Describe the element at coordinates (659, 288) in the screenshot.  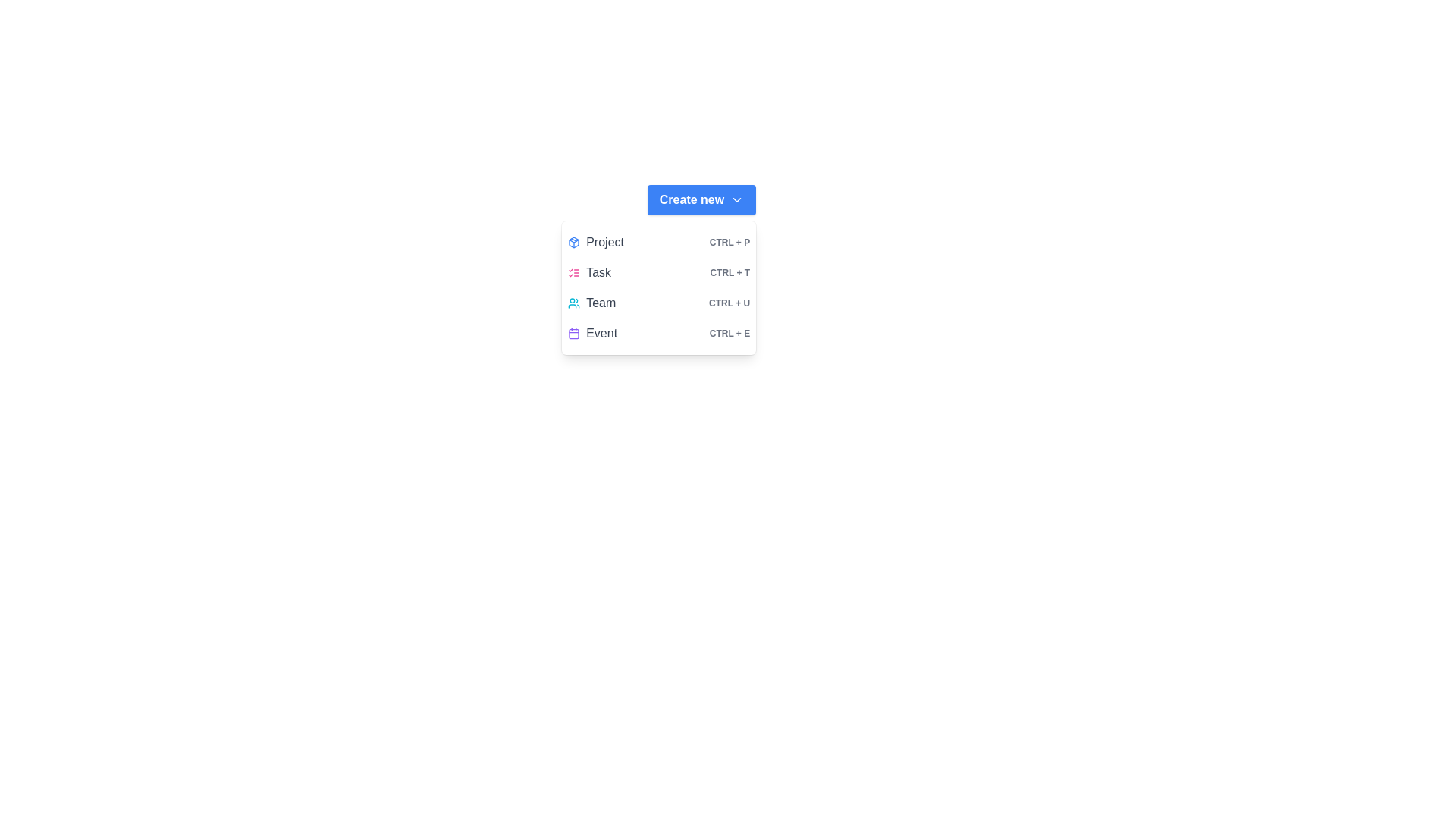
I see `the third item in the dropdown menu, which has a white background and rounded corners` at that location.